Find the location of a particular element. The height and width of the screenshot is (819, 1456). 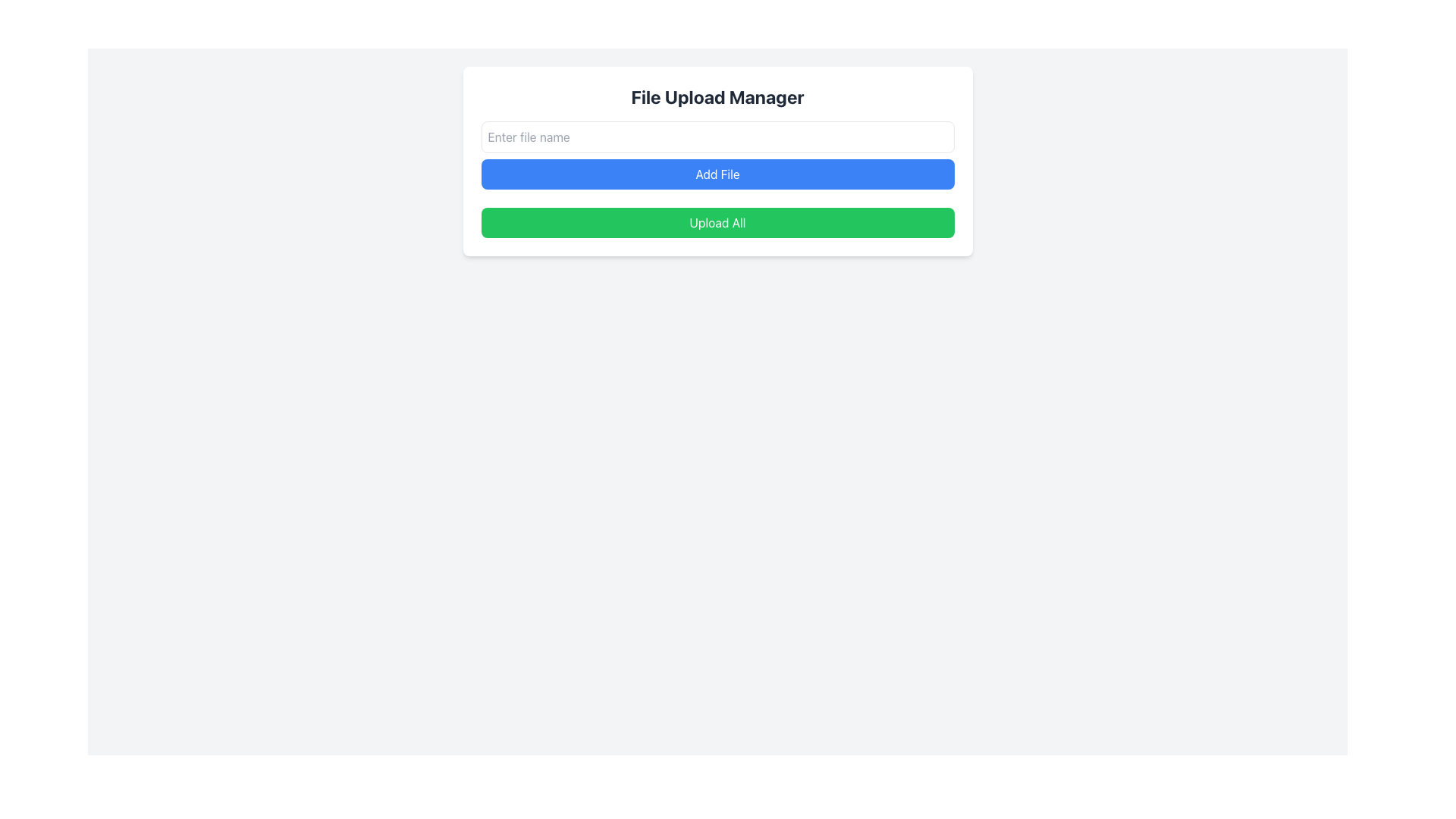

the second button located under the blue 'Add File' button in the 'File Upload Manager' to upload all files is located at coordinates (717, 222).